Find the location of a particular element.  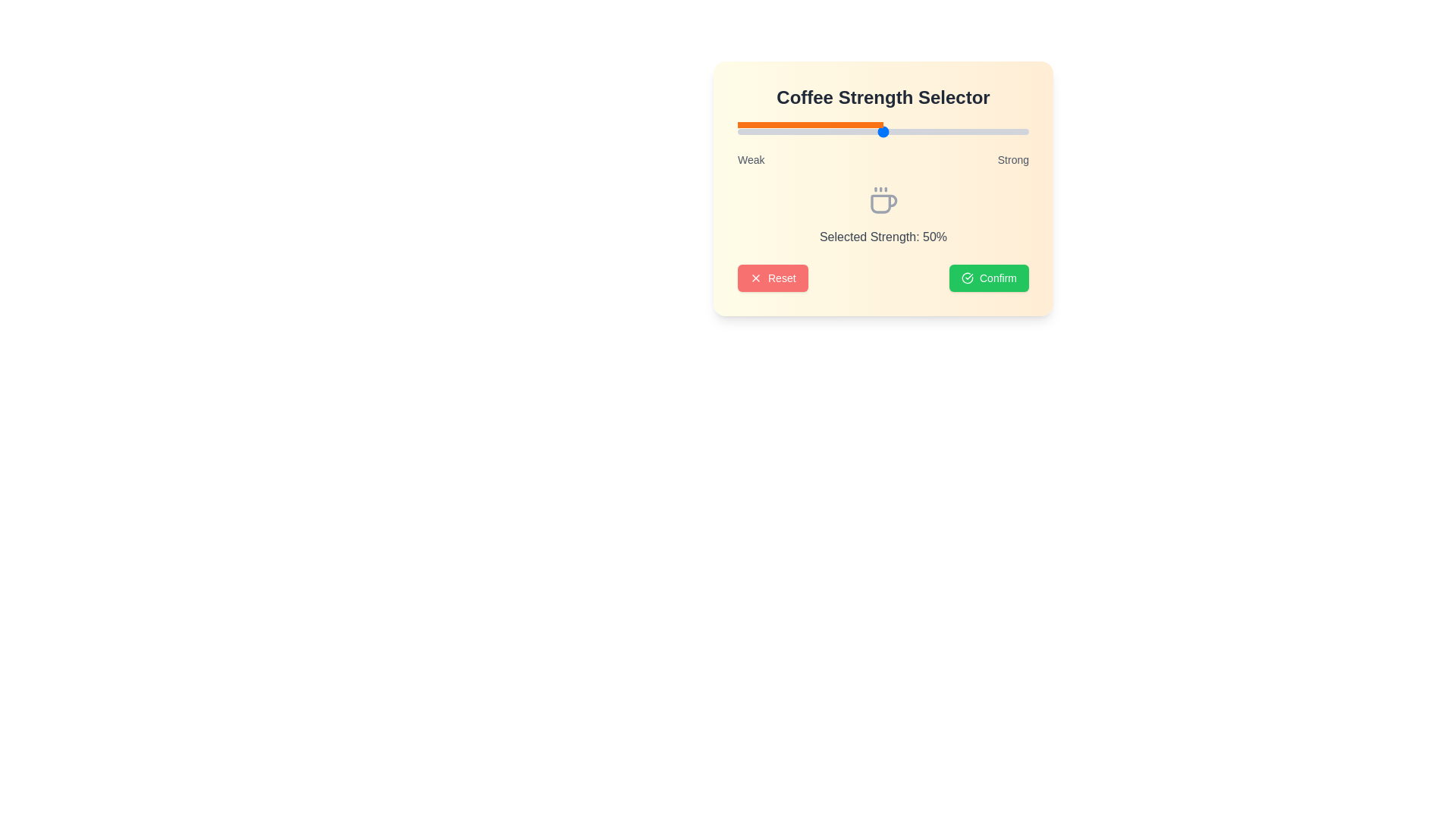

the coffee strength is located at coordinates (787, 130).